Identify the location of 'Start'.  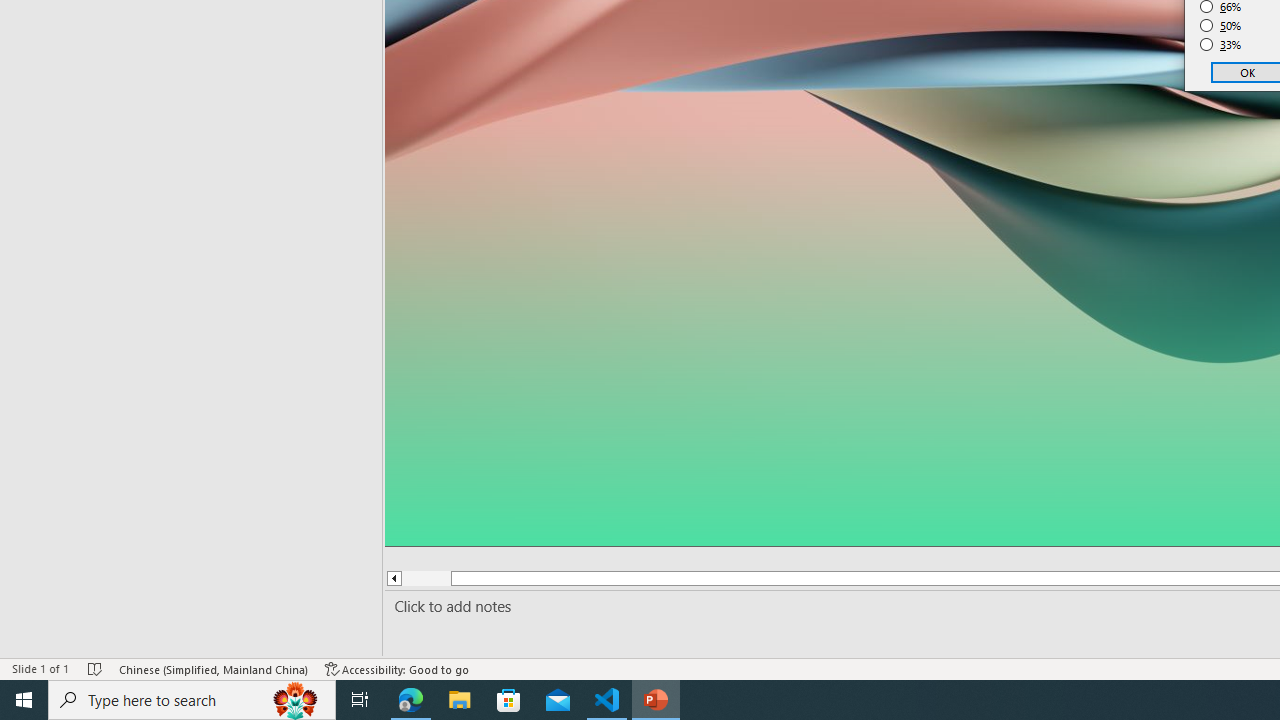
(24, 698).